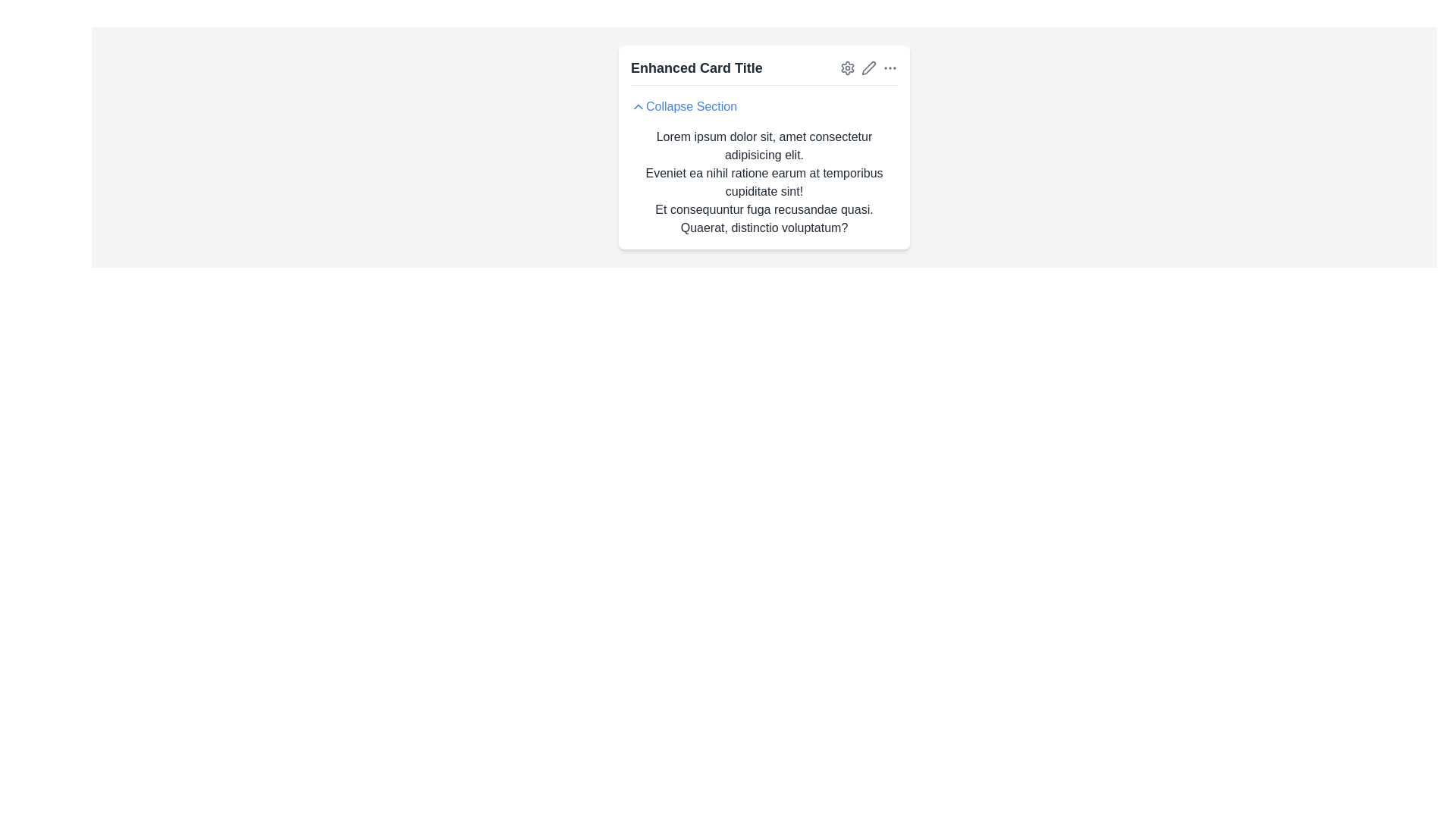 The width and height of the screenshot is (1456, 819). What do you see at coordinates (869, 67) in the screenshot?
I see `the pen icon in the top-right corner of the rectangular card` at bounding box center [869, 67].